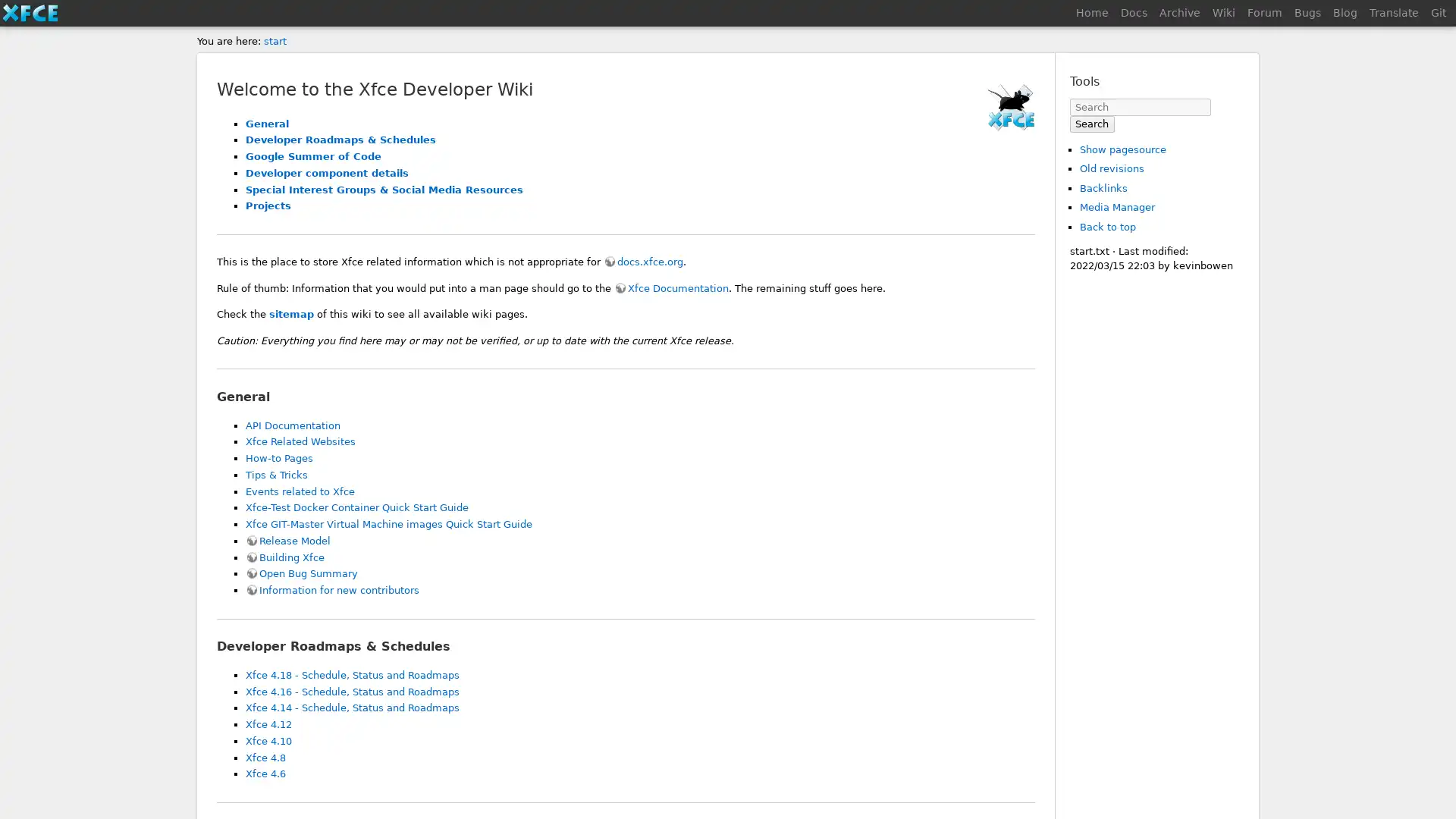 The image size is (1456, 819). I want to click on Search, so click(1092, 122).